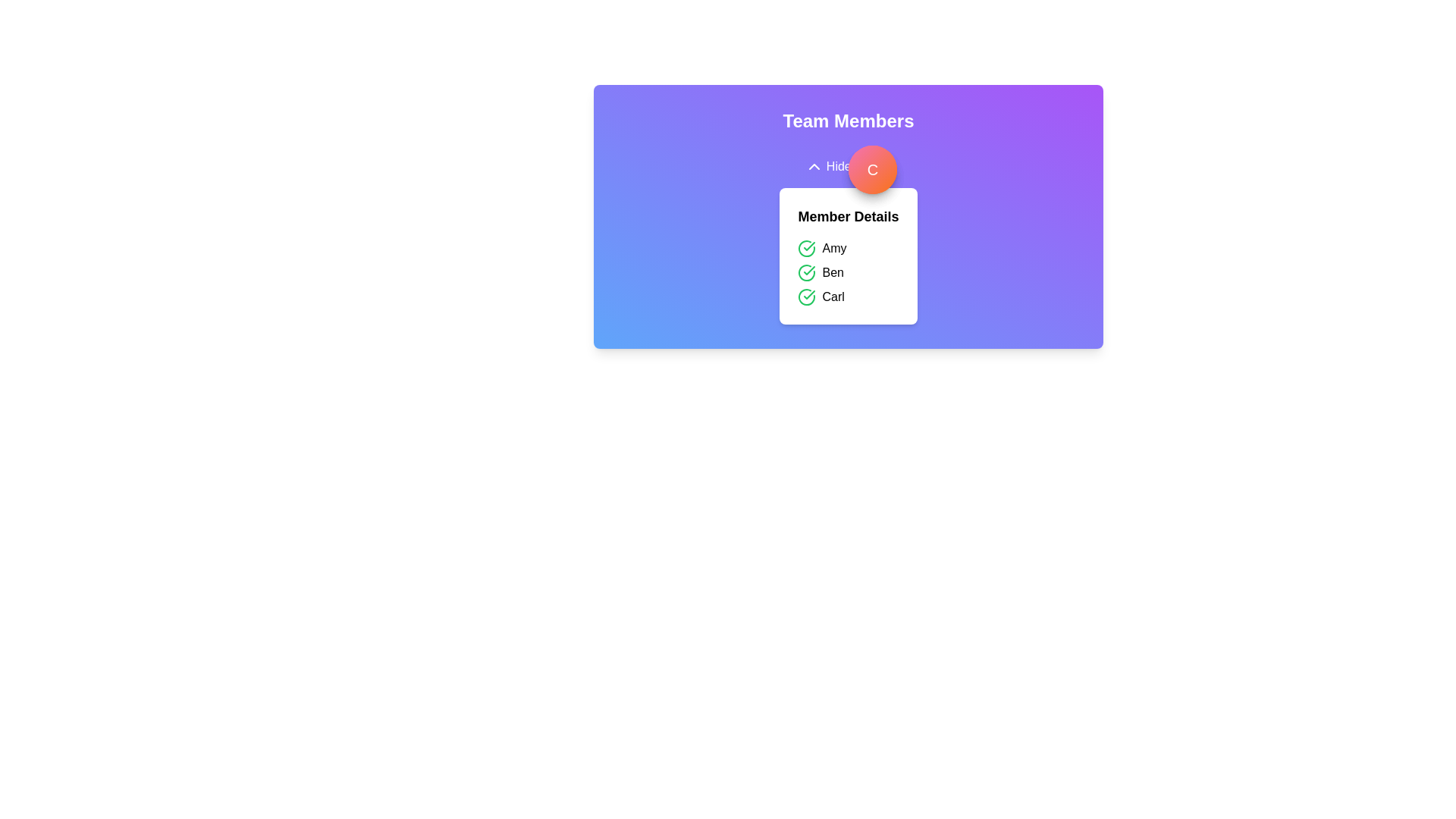 The width and height of the screenshot is (1456, 819). What do you see at coordinates (847, 271) in the screenshot?
I see `any list item in the 'Member Details' section, which is a list with icons indicating member statuses or achievements` at bounding box center [847, 271].